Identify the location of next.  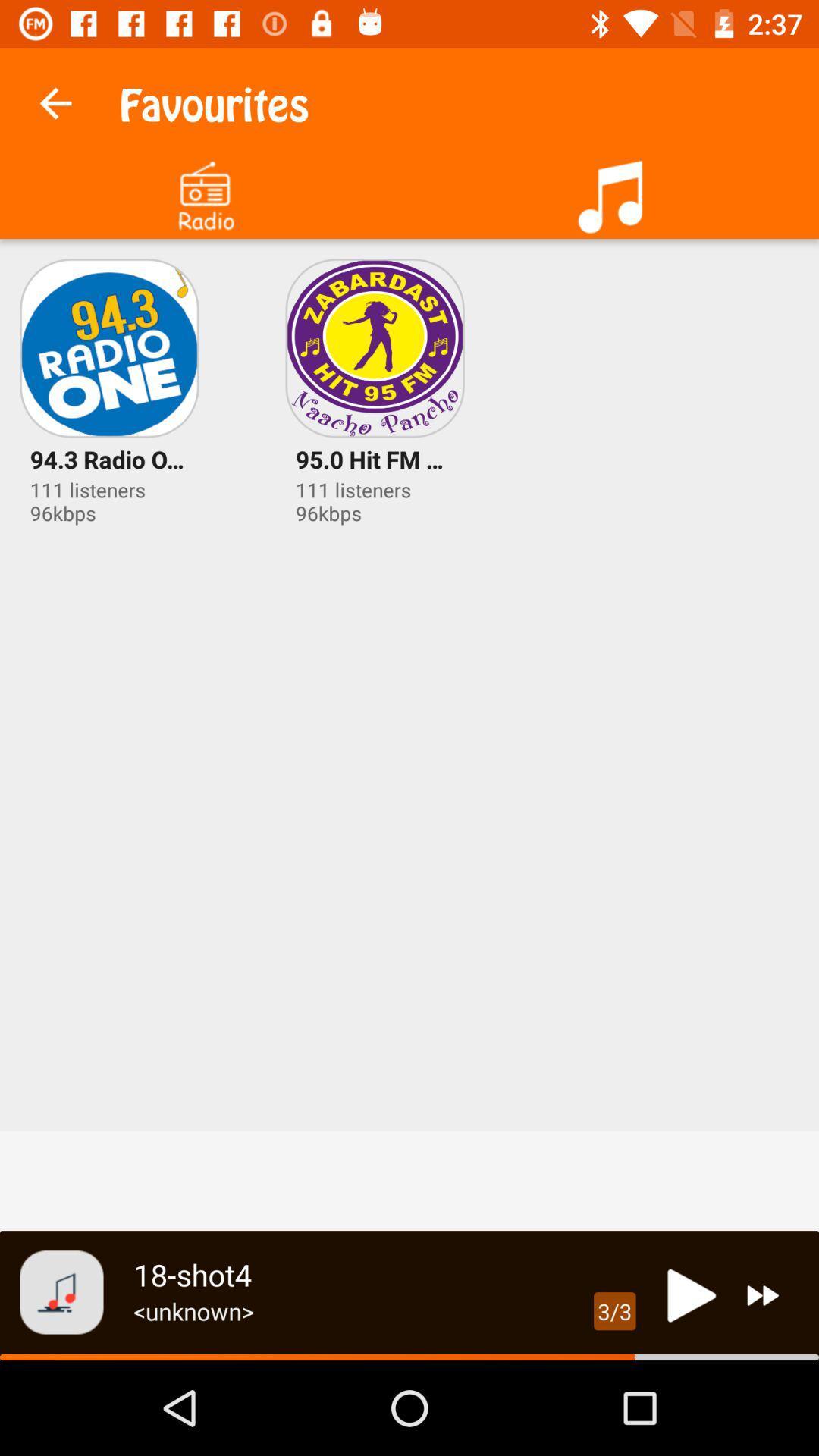
(763, 1294).